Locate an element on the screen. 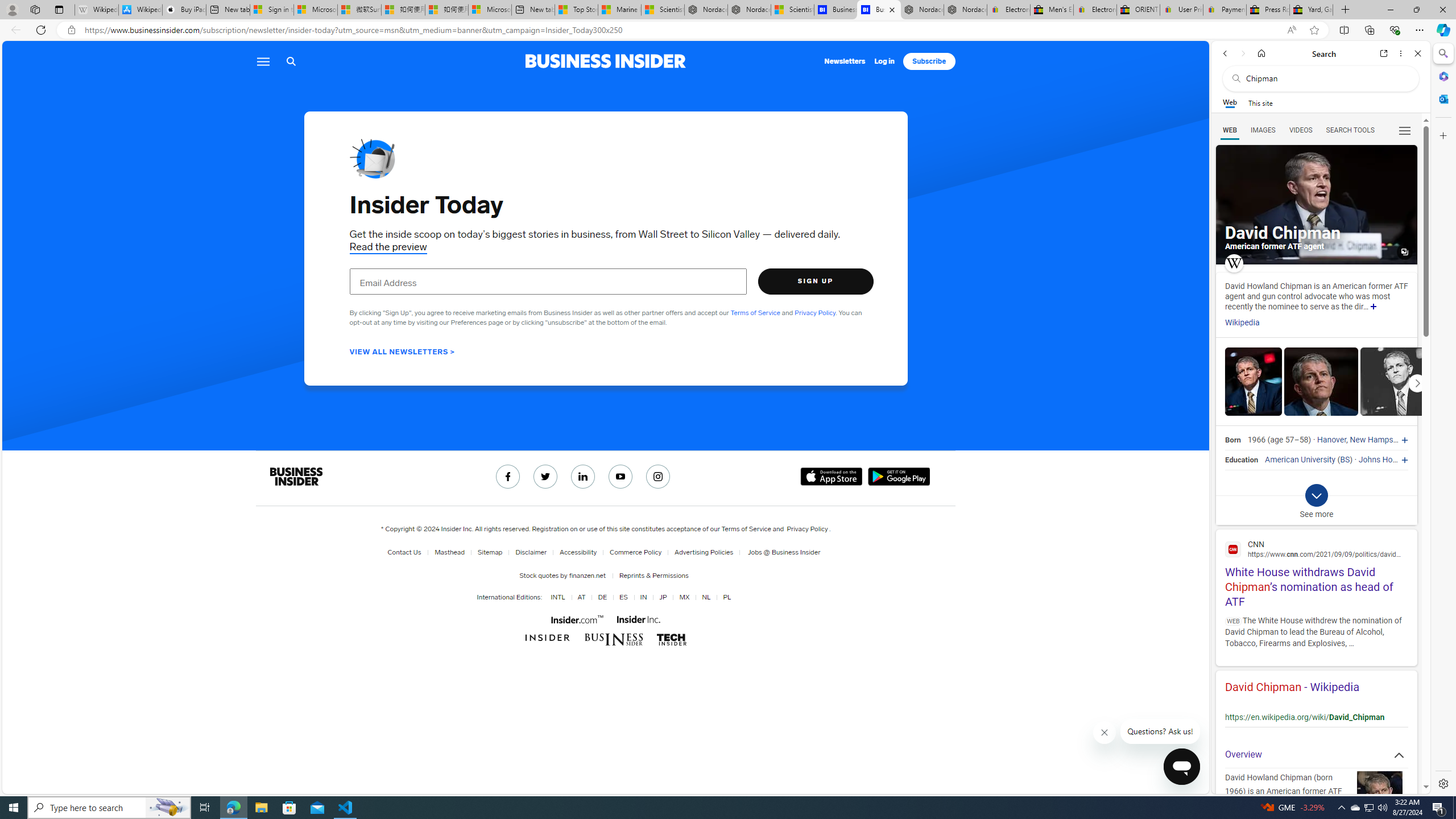 The width and height of the screenshot is (1456, 819). 'Commerce Policy' is located at coordinates (635, 552).